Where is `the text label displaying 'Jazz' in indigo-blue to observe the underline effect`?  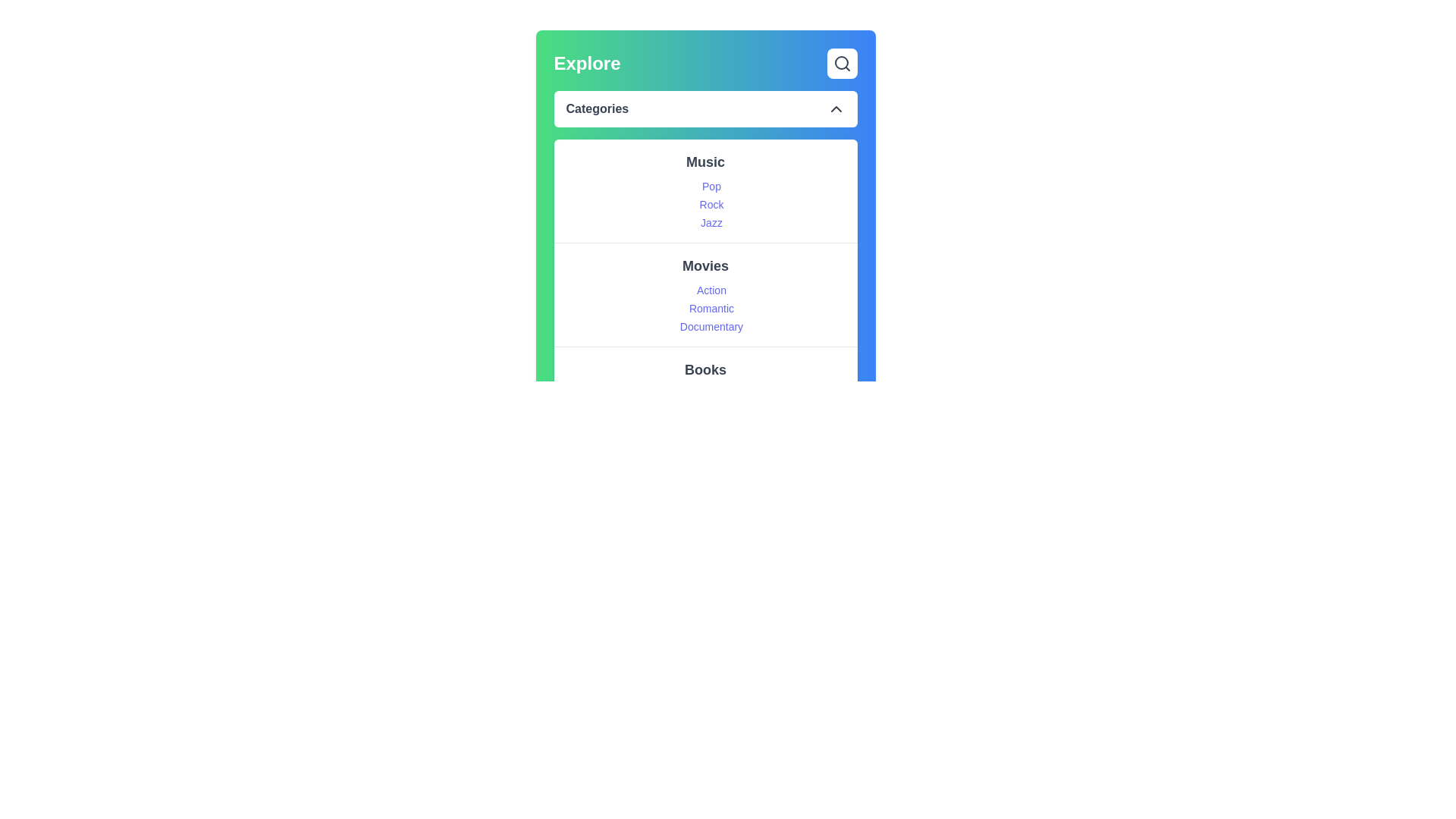 the text label displaying 'Jazz' in indigo-blue to observe the underline effect is located at coordinates (711, 222).